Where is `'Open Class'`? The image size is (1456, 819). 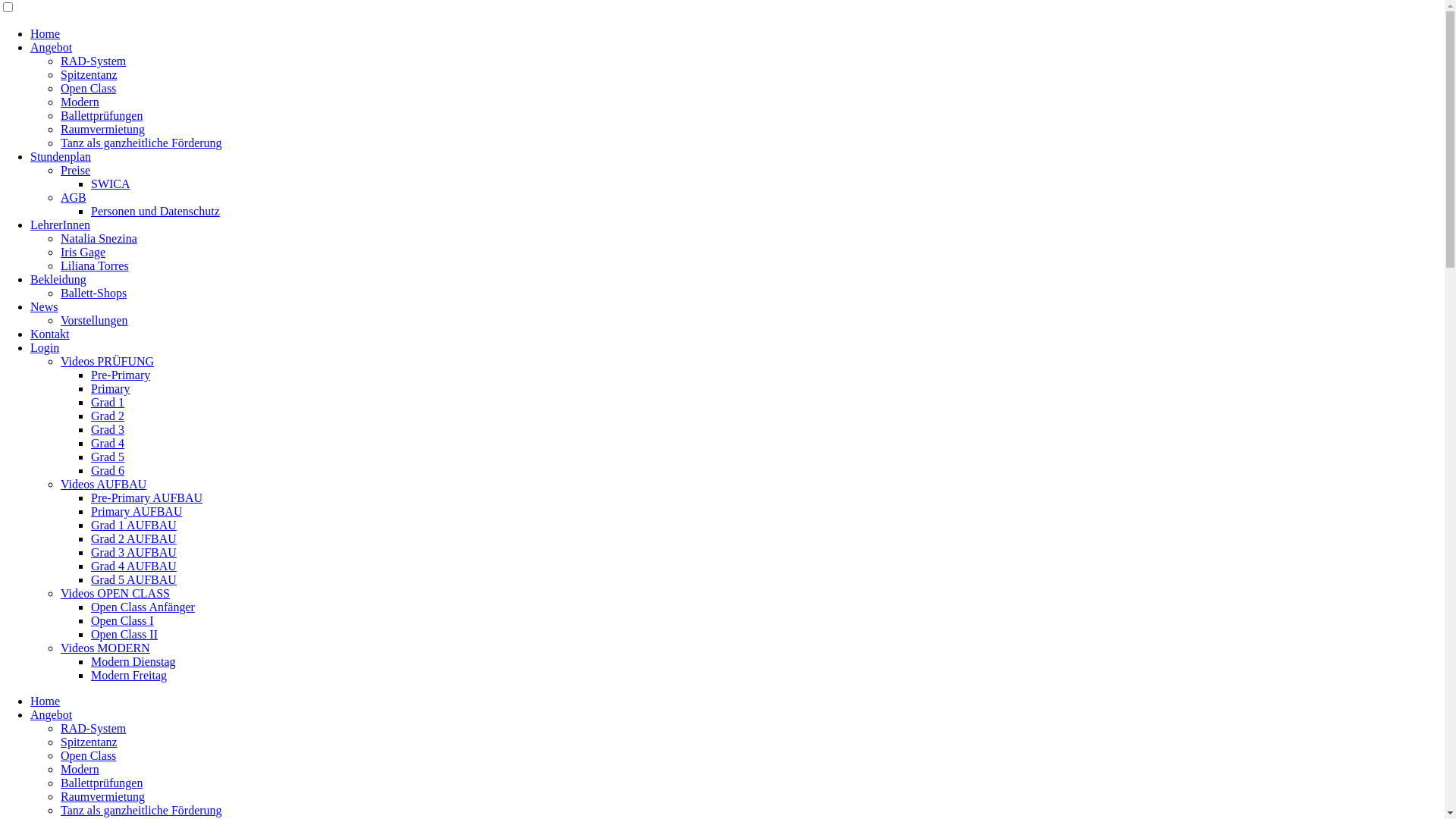 'Open Class' is located at coordinates (87, 88).